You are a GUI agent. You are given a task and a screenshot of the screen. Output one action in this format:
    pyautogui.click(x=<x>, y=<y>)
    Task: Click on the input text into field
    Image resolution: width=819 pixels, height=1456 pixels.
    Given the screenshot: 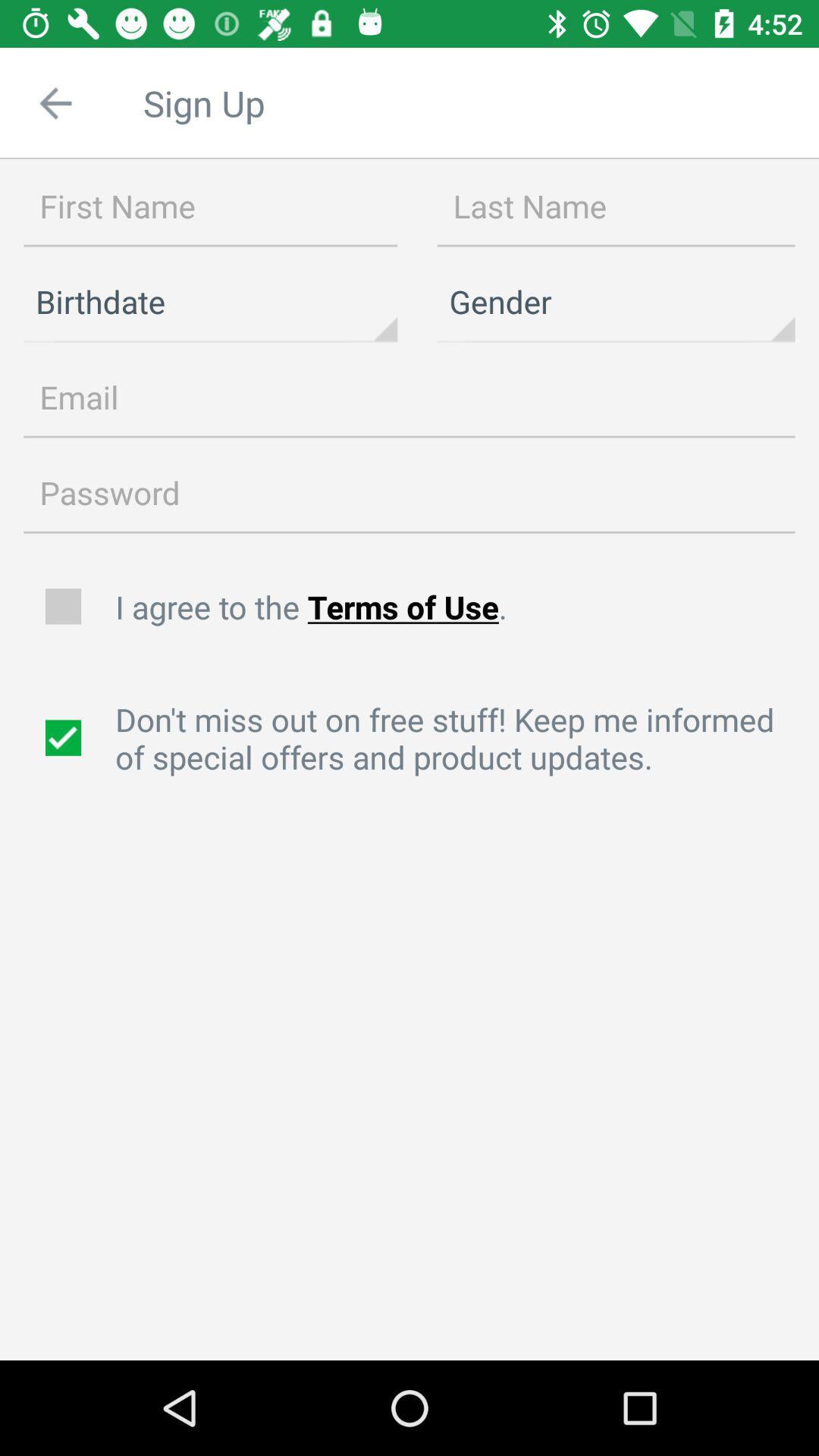 What is the action you would take?
    pyautogui.click(x=210, y=206)
    